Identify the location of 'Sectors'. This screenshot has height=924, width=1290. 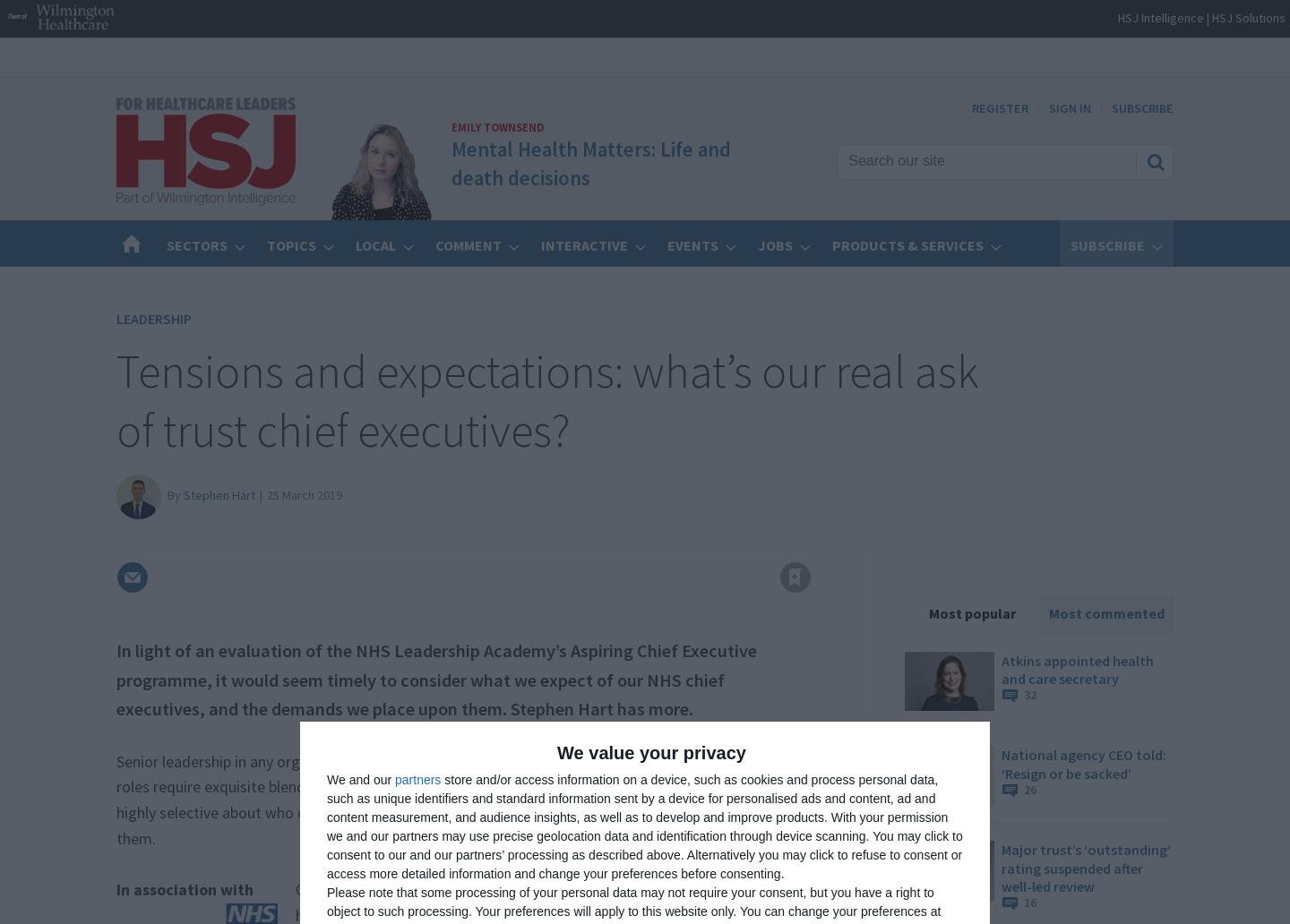
(197, 244).